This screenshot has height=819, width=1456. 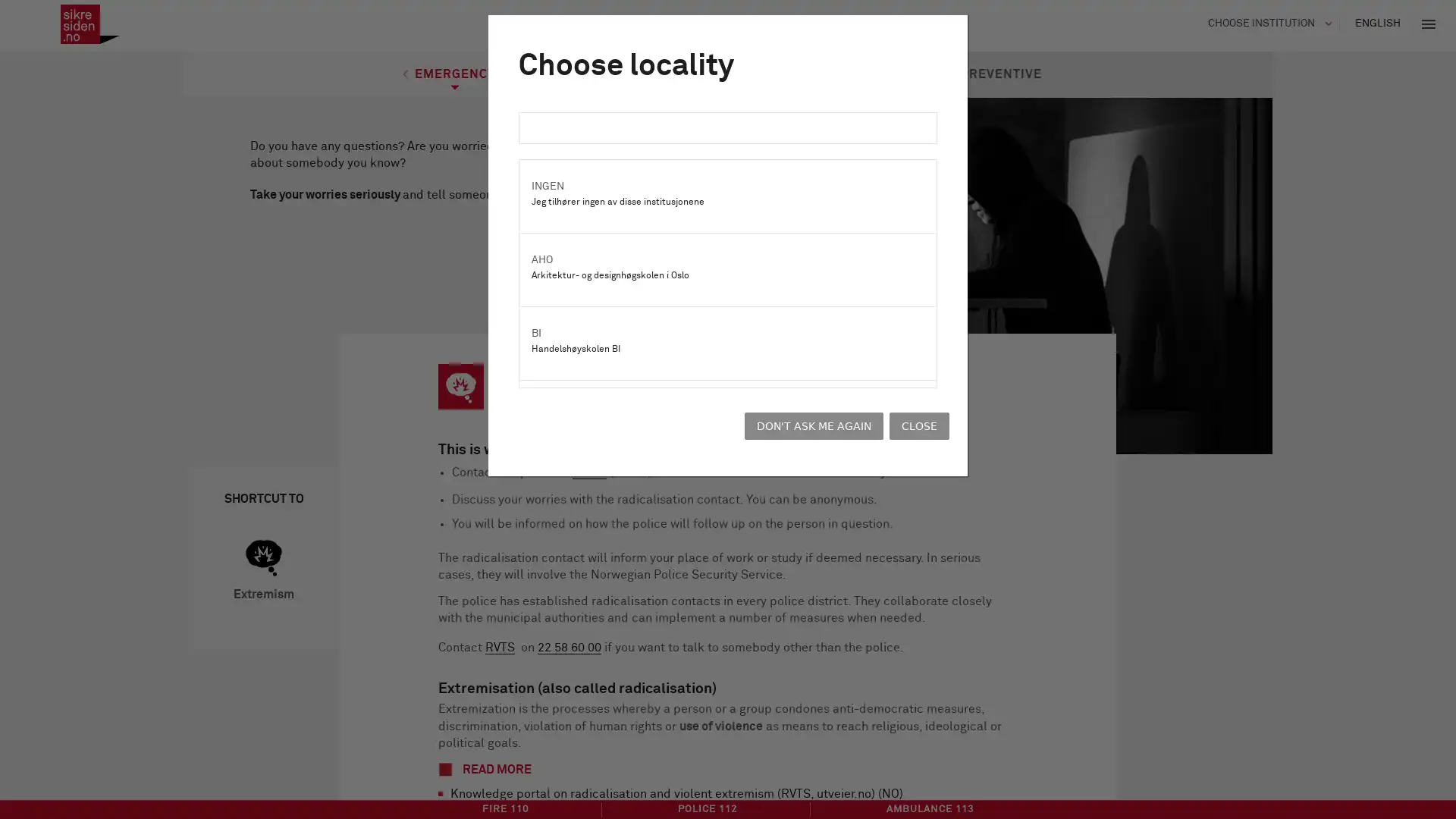 What do you see at coordinates (813, 426) in the screenshot?
I see `DON'T ASK ME AGAIN` at bounding box center [813, 426].